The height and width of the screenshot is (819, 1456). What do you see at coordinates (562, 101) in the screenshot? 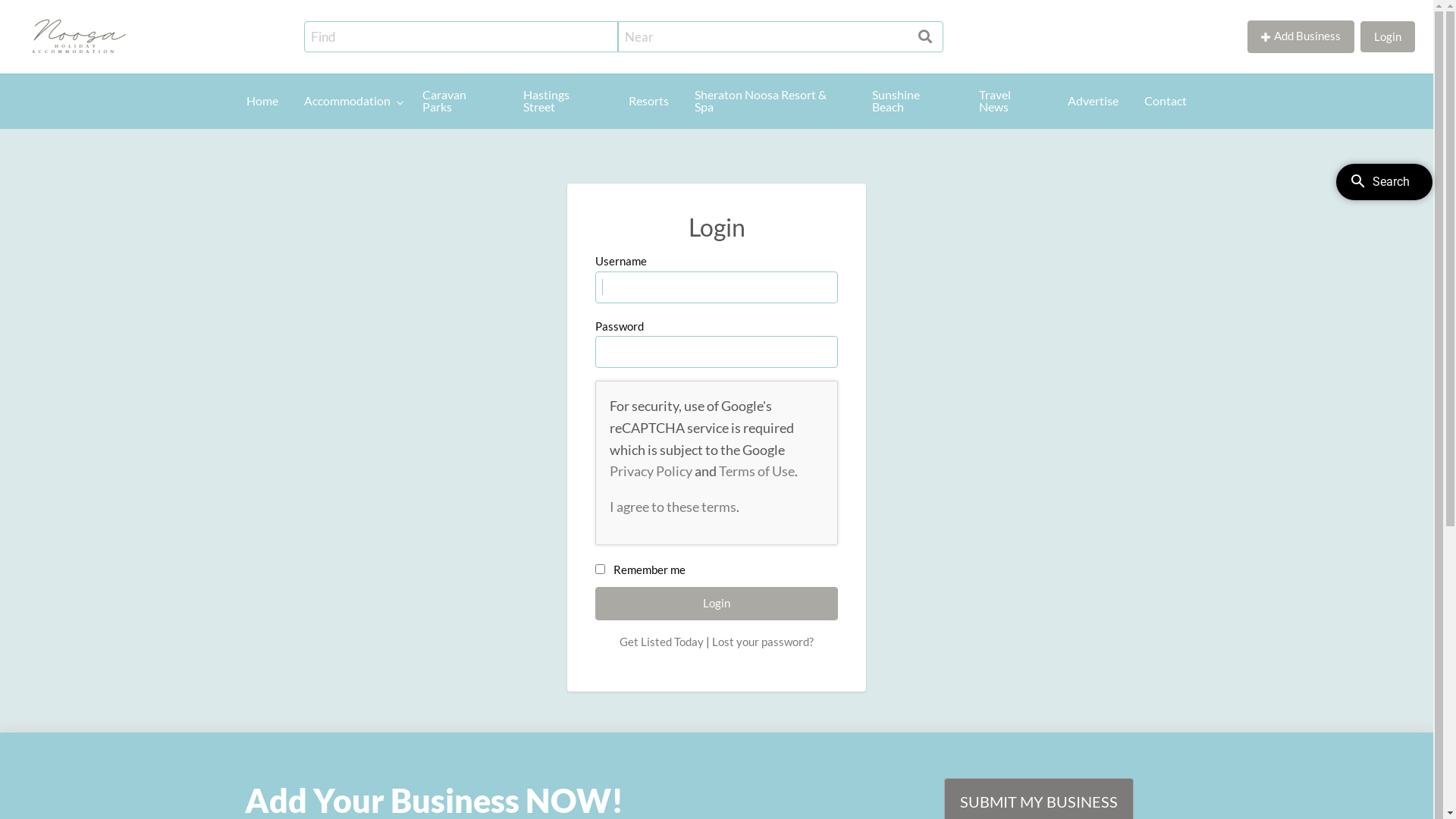
I see `'Hastings Street'` at bounding box center [562, 101].